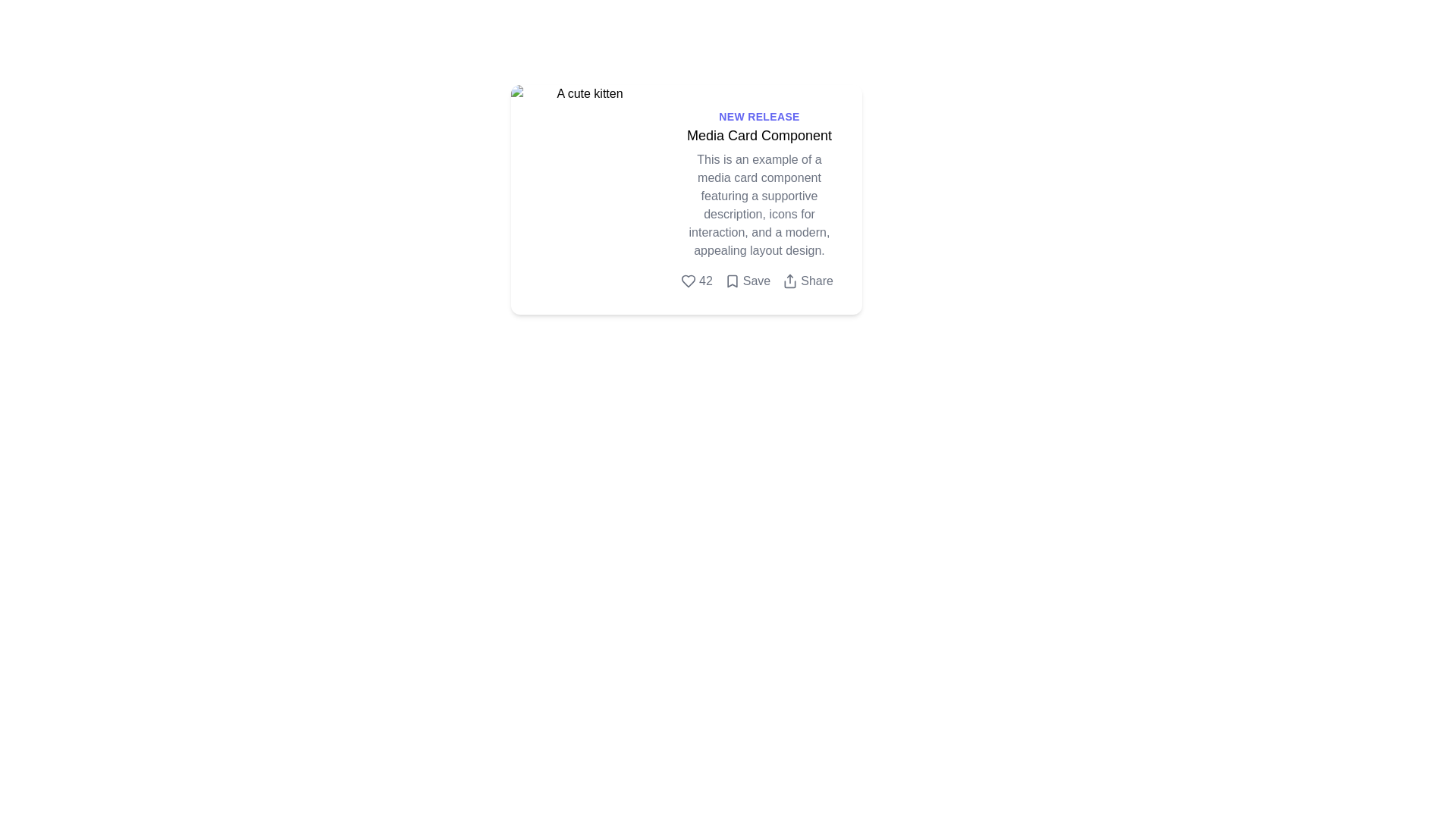  Describe the element at coordinates (748, 281) in the screenshot. I see `the clickable button labeled 'Save' with a bookmark icon` at that location.